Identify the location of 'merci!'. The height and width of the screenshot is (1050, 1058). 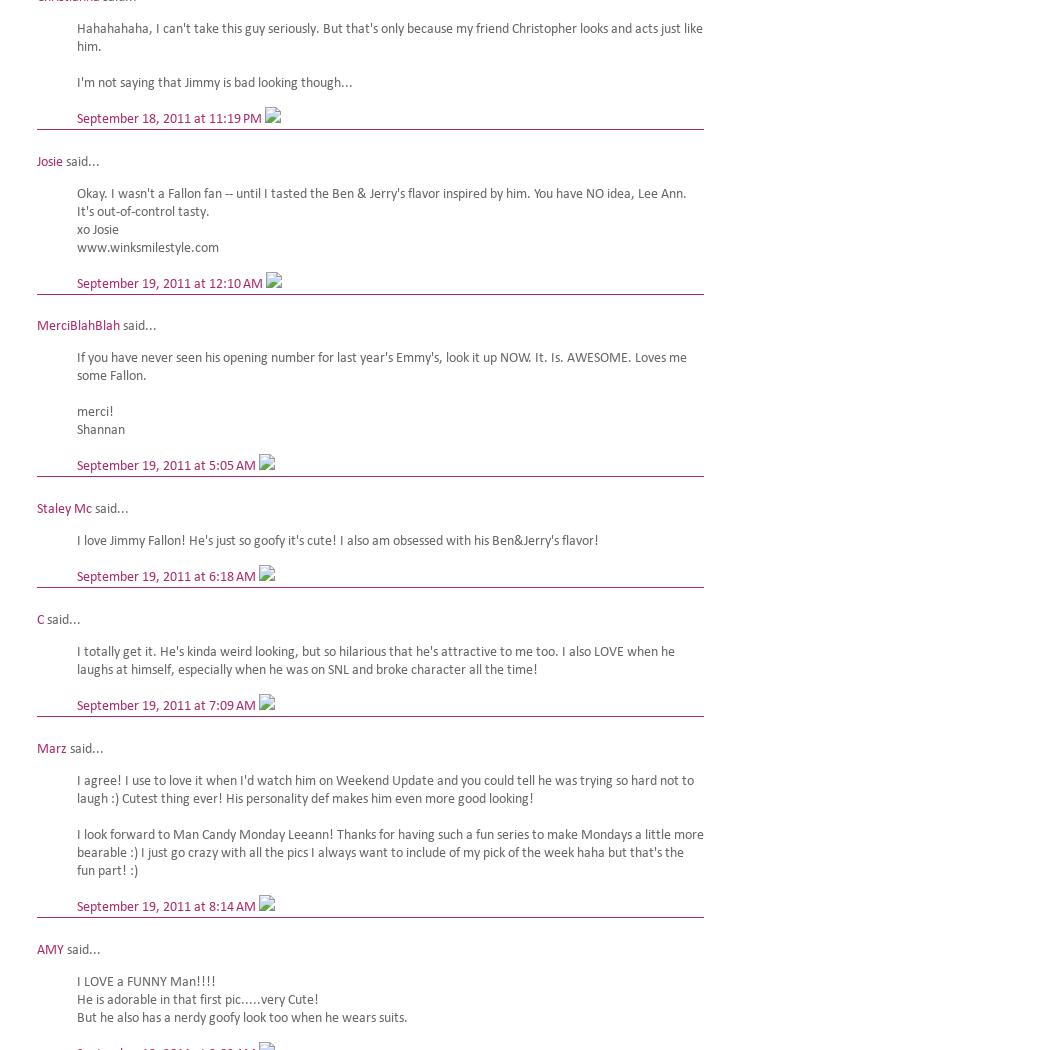
(94, 412).